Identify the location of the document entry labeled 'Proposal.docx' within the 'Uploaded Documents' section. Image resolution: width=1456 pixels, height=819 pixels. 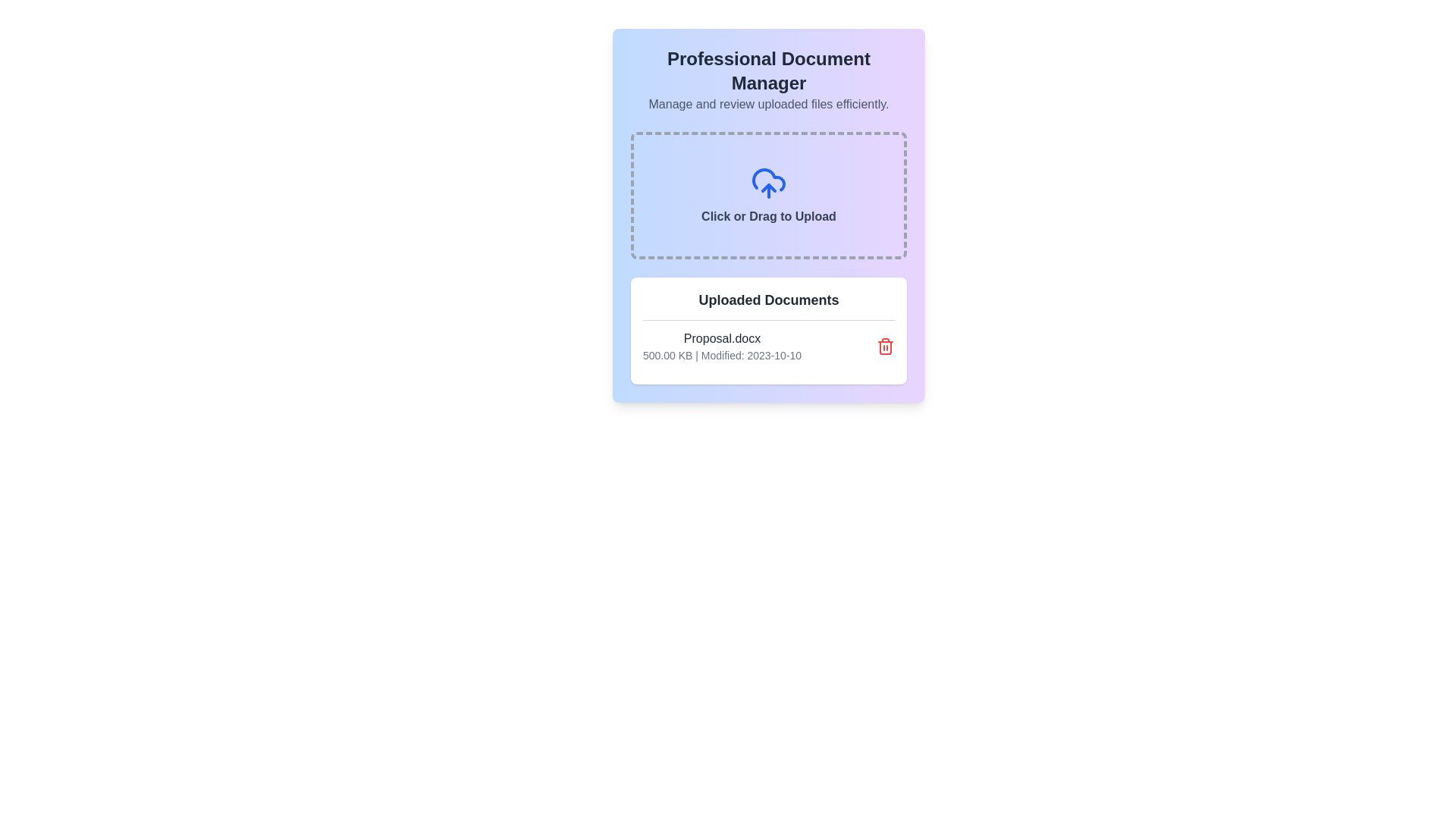
(768, 346).